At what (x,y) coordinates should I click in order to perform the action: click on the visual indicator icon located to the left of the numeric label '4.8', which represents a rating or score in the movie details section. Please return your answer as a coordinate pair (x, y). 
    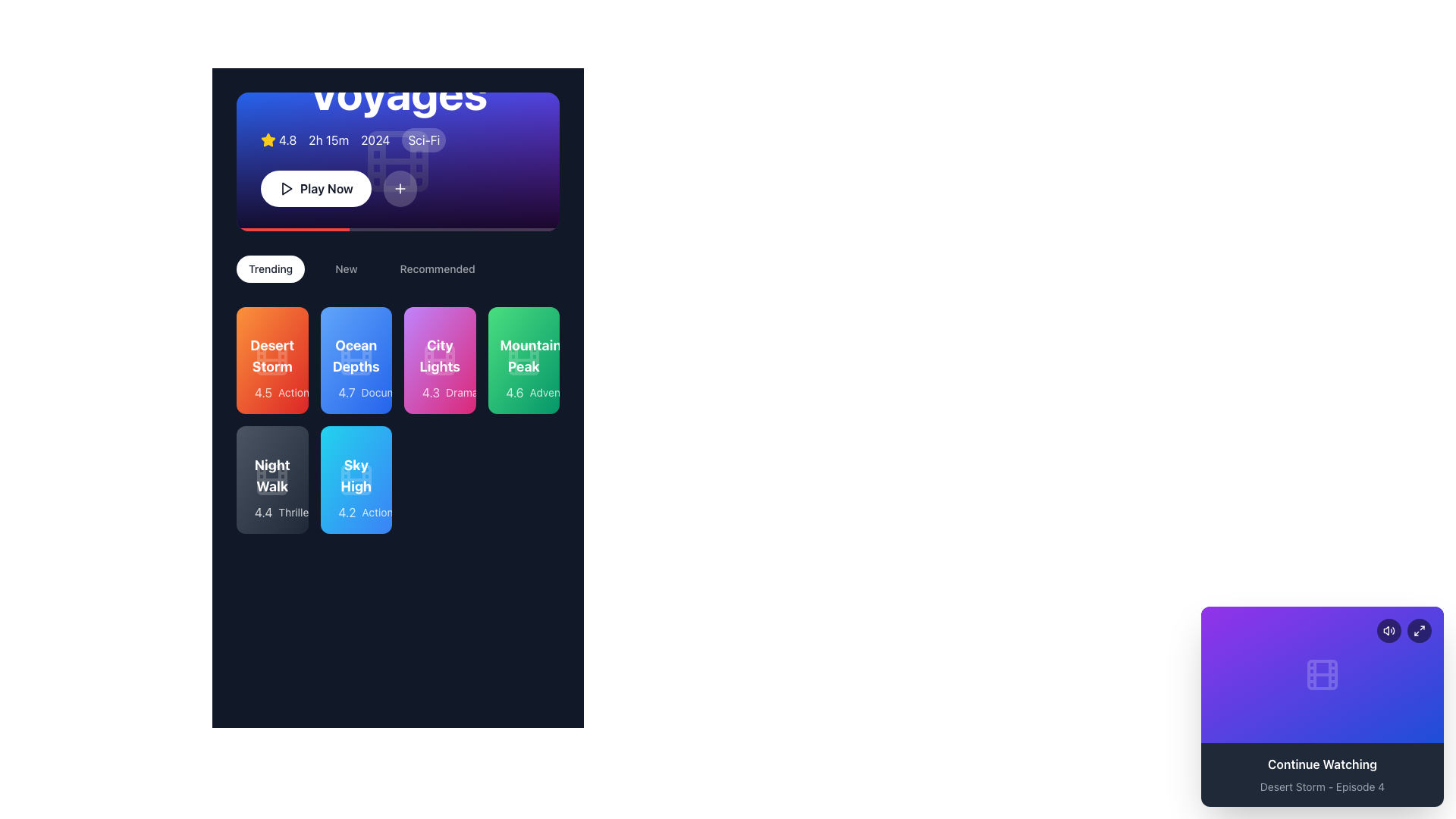
    Looking at the image, I should click on (268, 140).